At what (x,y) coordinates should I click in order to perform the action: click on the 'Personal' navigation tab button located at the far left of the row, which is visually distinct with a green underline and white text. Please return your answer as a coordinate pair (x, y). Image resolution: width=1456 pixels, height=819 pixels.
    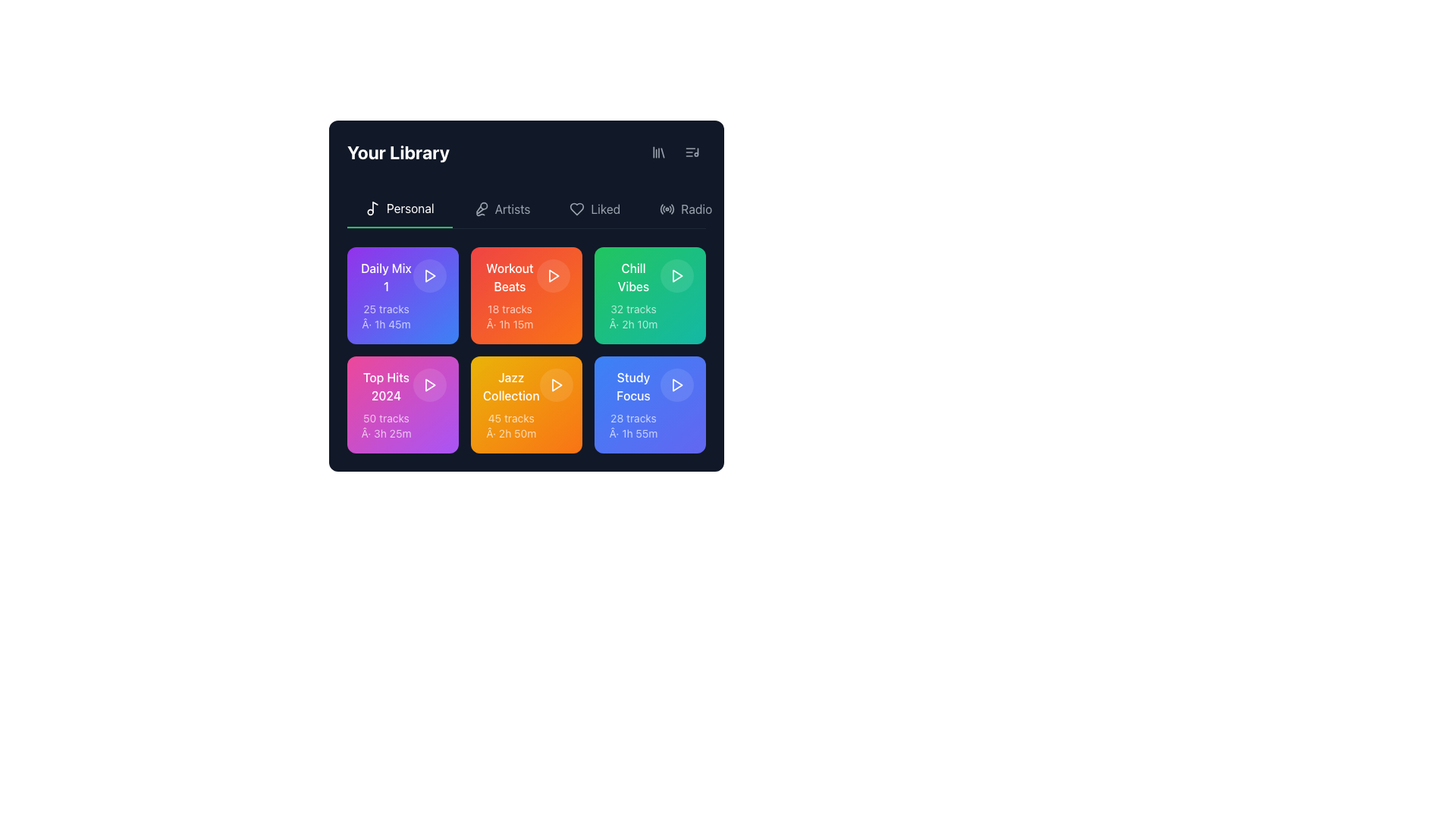
    Looking at the image, I should click on (400, 209).